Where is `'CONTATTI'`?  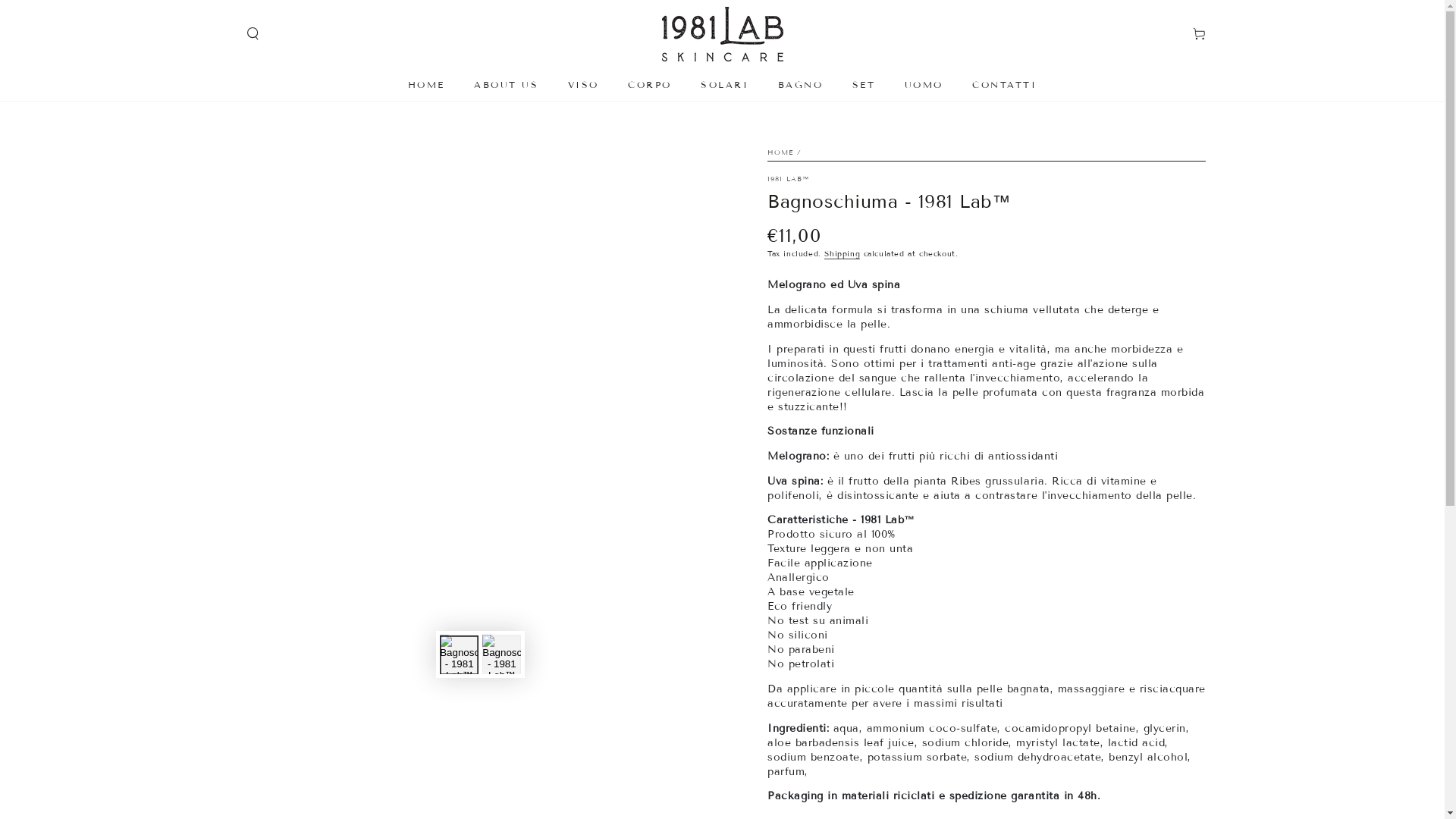
'CONTATTI' is located at coordinates (1004, 84).